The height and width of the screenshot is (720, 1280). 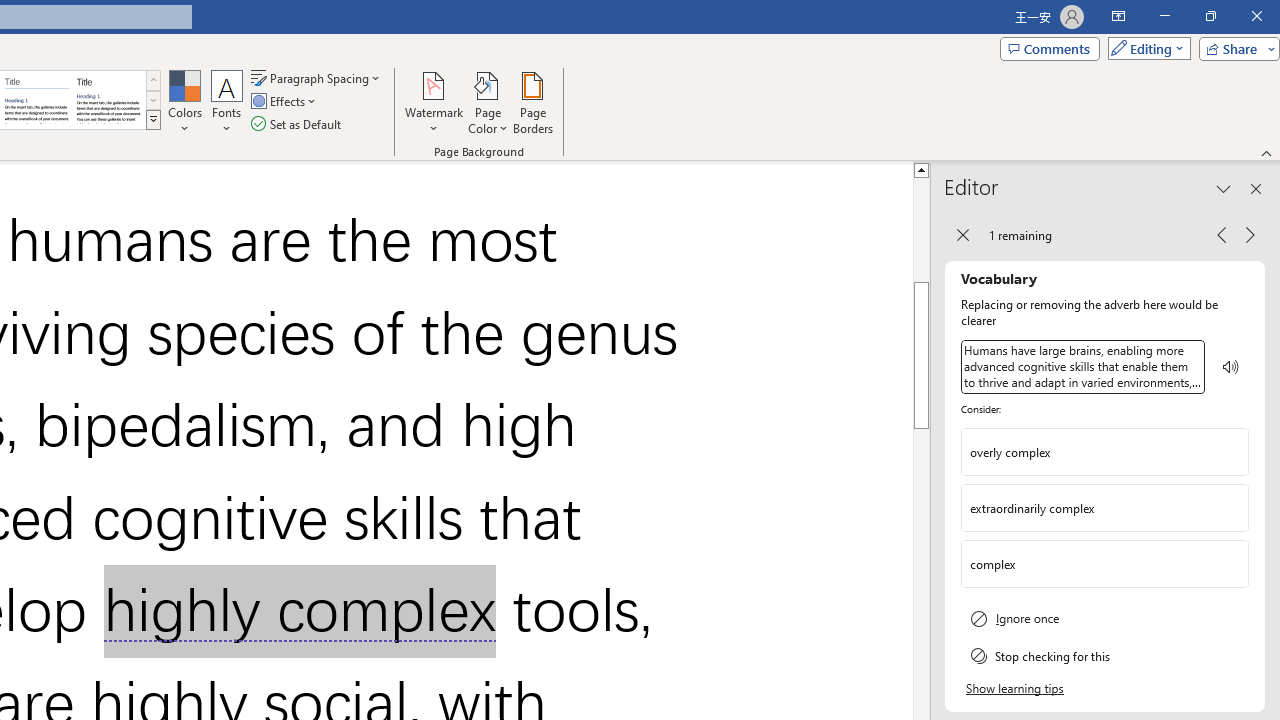 What do you see at coordinates (1209, 16) in the screenshot?
I see `'Restore Down'` at bounding box center [1209, 16].